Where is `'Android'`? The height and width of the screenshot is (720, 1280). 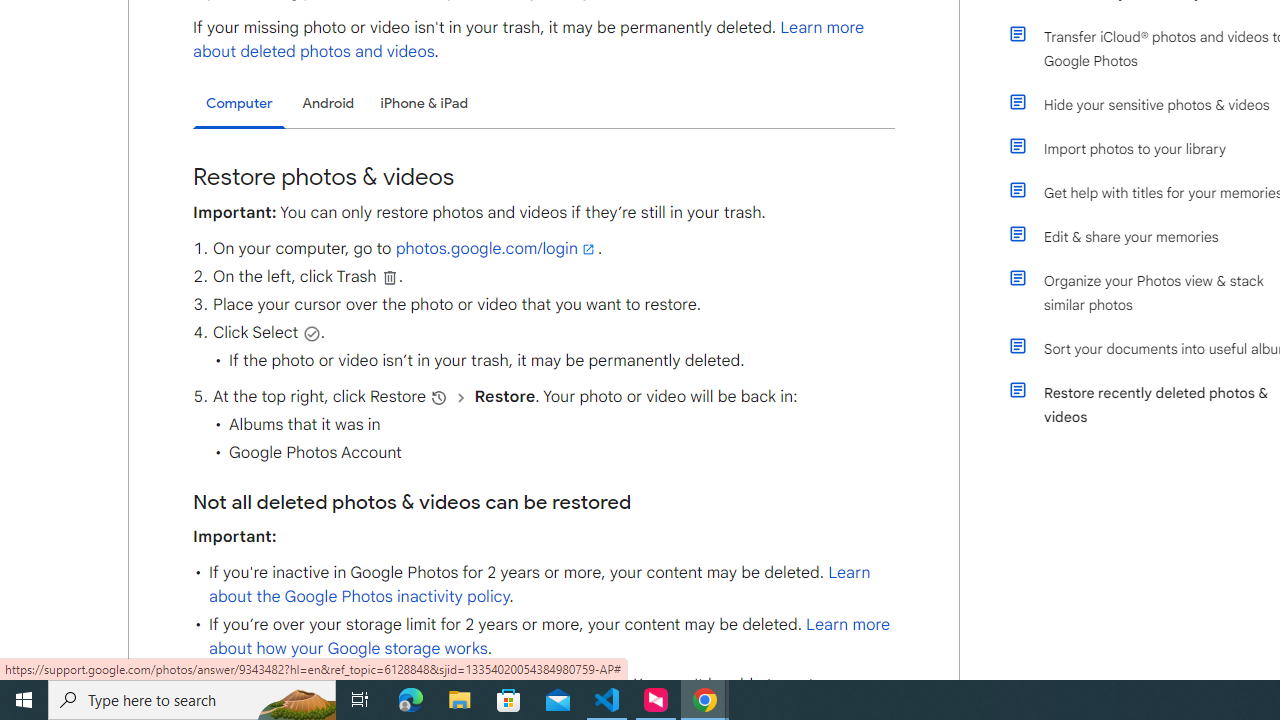 'Android' is located at coordinates (328, 103).